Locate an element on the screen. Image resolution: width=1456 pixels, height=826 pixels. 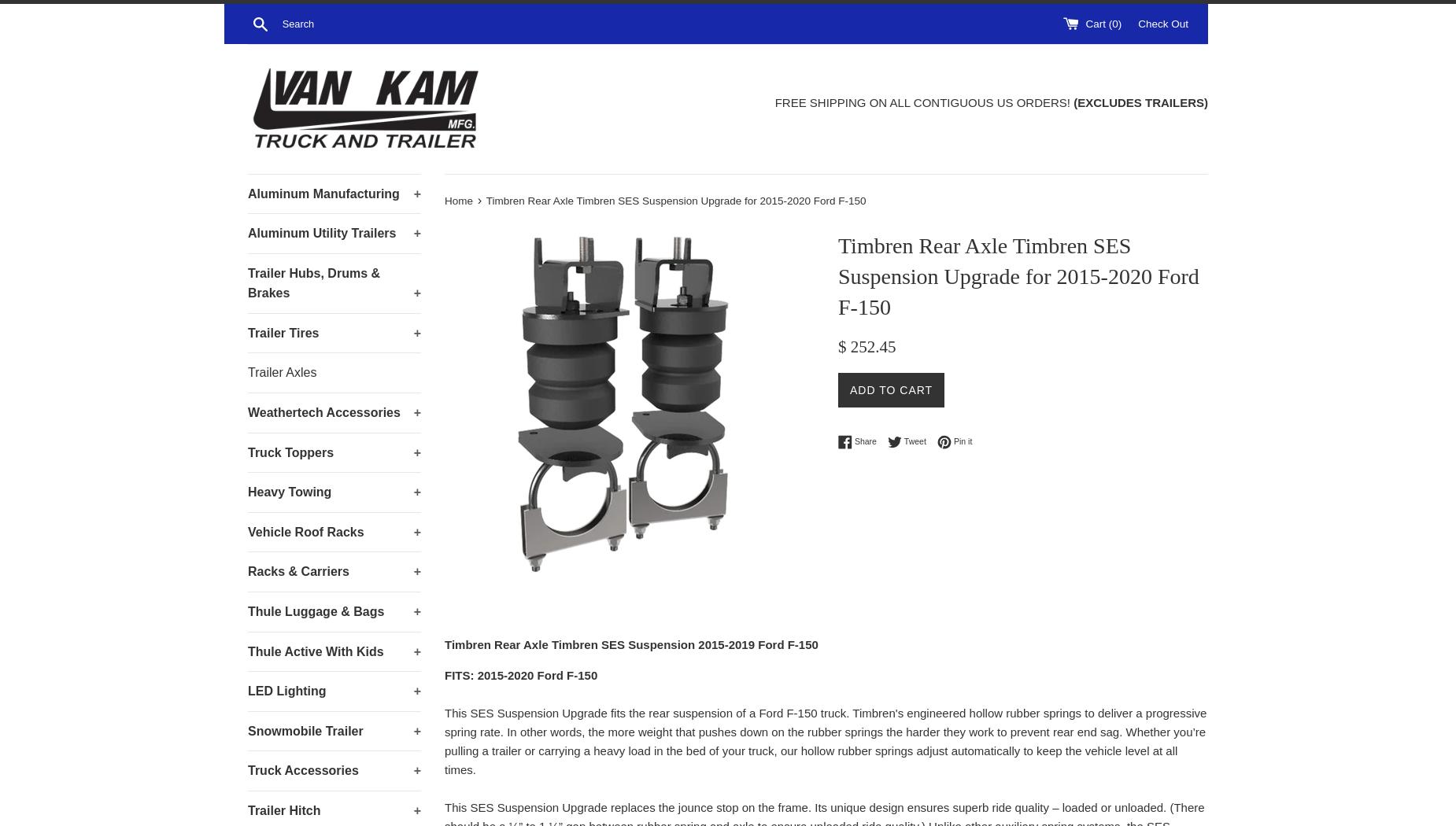
'Timbren Rear Axle Timbren SES Suspension 2015-2019 Ford F-150' is located at coordinates (630, 643).